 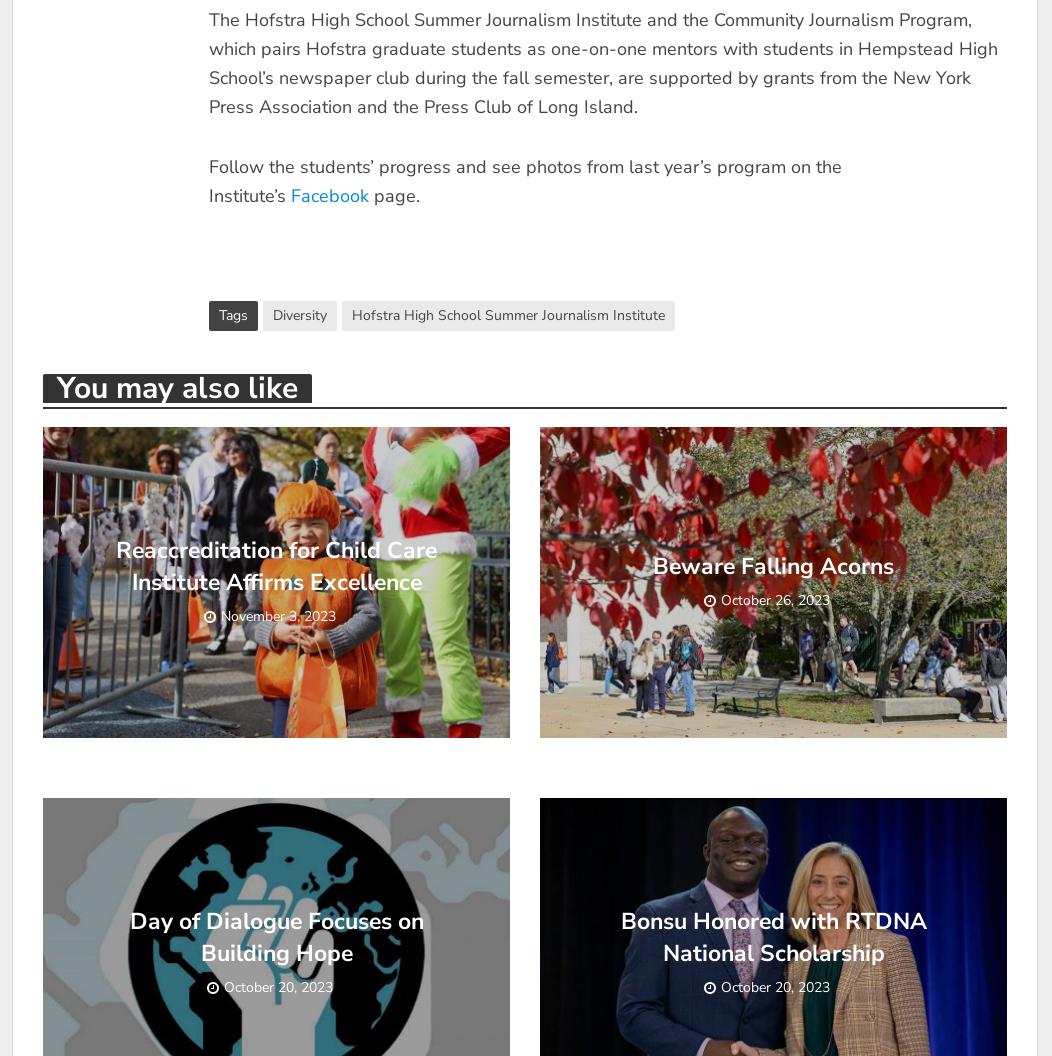 I want to click on 'The Hofstra High School Summer Journalism Institute and the Community Journalism Program, which pairs Hofstra graduate students as one-on-one mentors with students in Hempstead High School’s newspaper club during the fall semester, are supported by grants from the New York Press Association and the Press Club of Long Island.', so click(x=601, y=63).